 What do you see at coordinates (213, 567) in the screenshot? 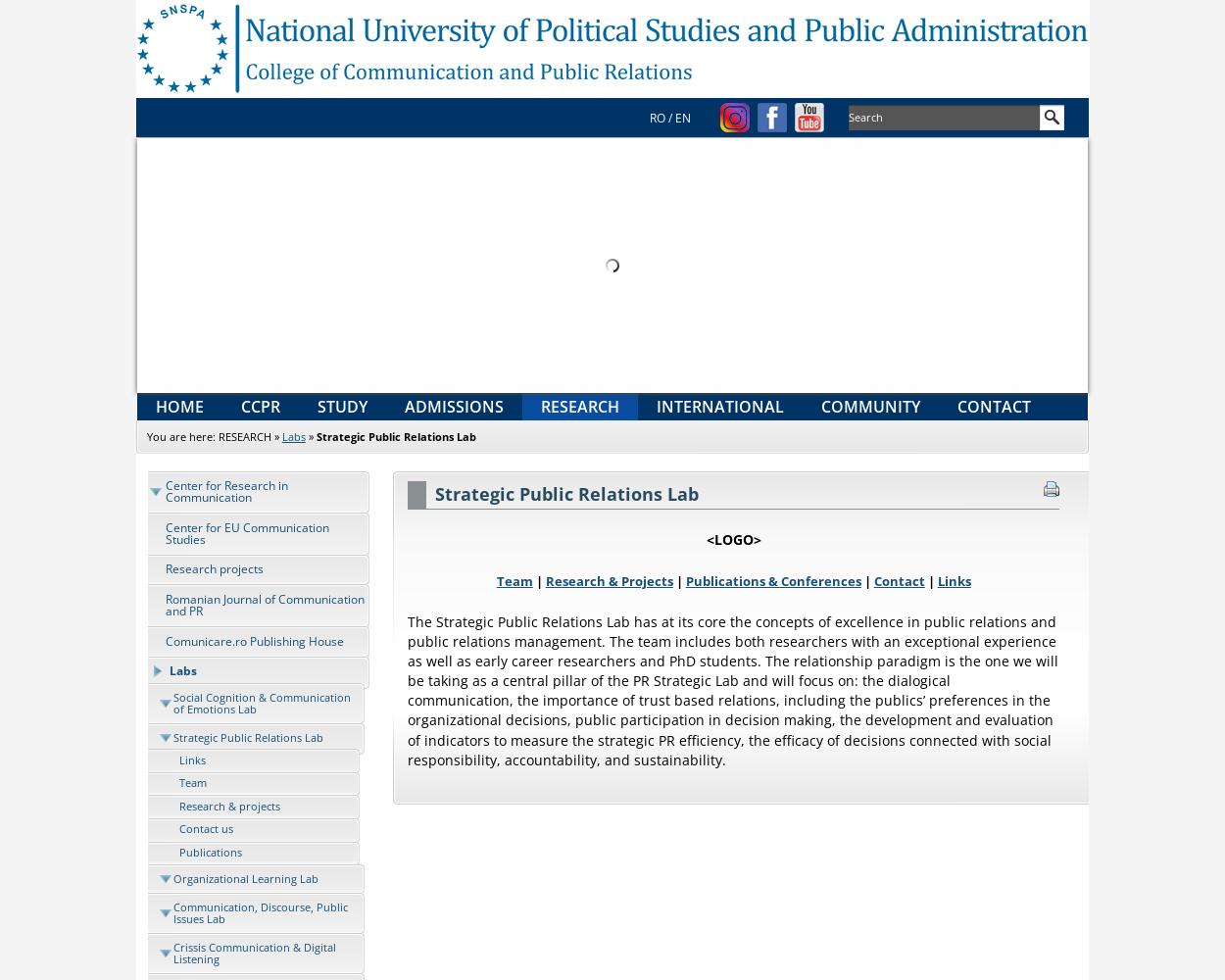
I see `'Research projects'` at bounding box center [213, 567].